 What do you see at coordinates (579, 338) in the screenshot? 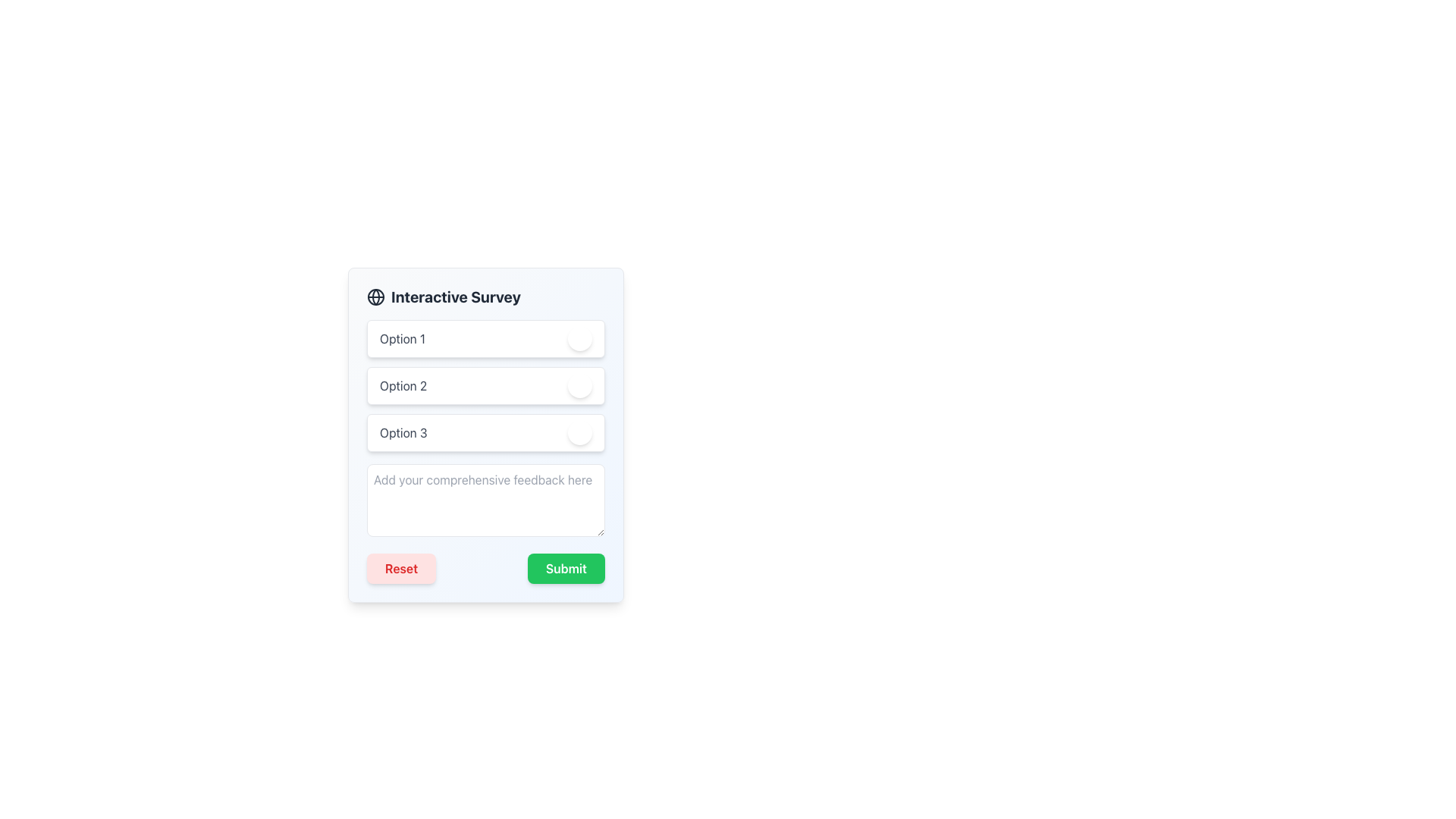
I see `the toggle button for 'Option 1'` at bounding box center [579, 338].